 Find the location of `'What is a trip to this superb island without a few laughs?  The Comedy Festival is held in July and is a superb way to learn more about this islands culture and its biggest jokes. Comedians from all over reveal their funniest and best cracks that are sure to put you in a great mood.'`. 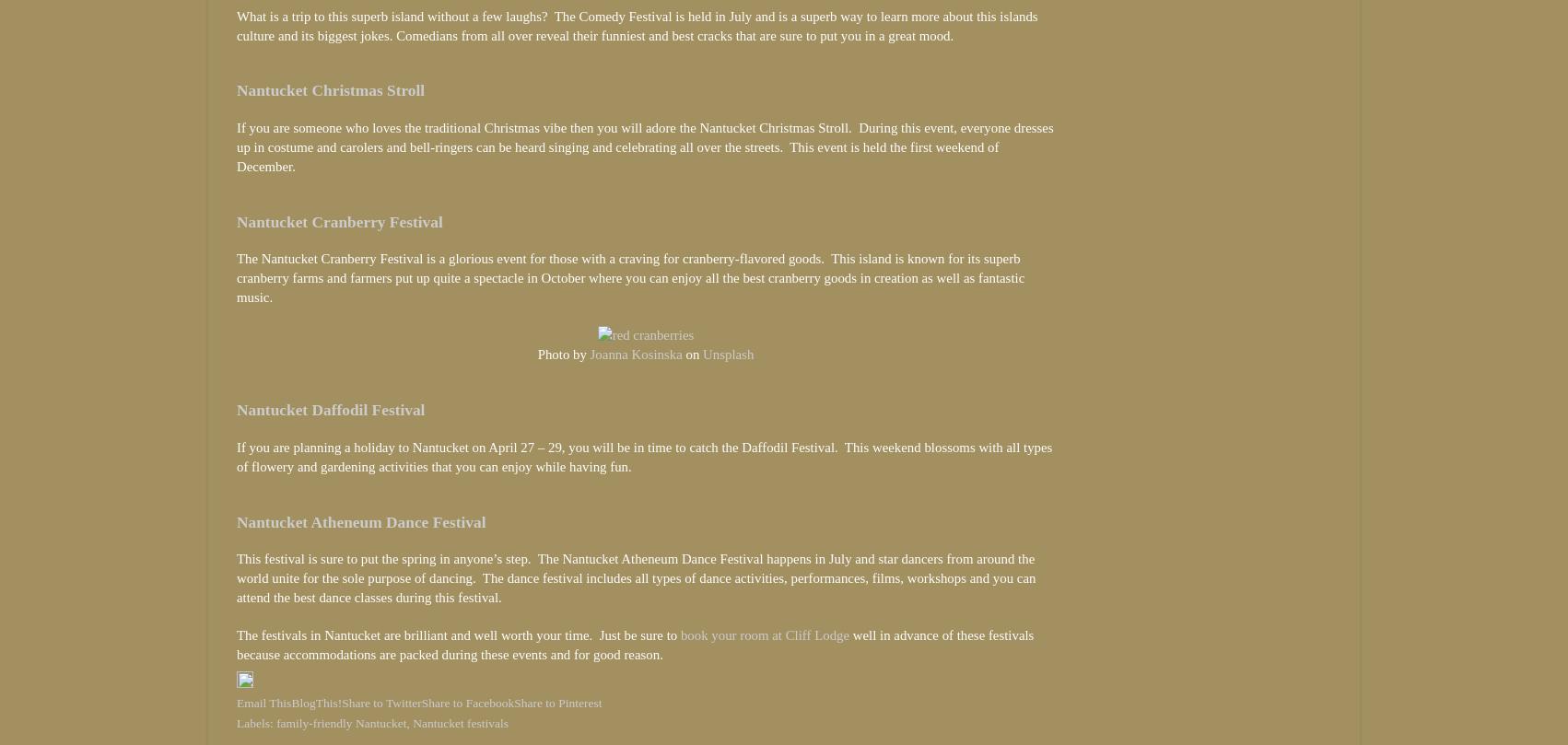

'What is a trip to this superb island without a few laughs?  The Comedy Festival is held in July and is a superb way to learn more about this islands culture and its biggest jokes. Comedians from all over reveal their funniest and best cracks that are sure to put you in a great mood.' is located at coordinates (637, 25).